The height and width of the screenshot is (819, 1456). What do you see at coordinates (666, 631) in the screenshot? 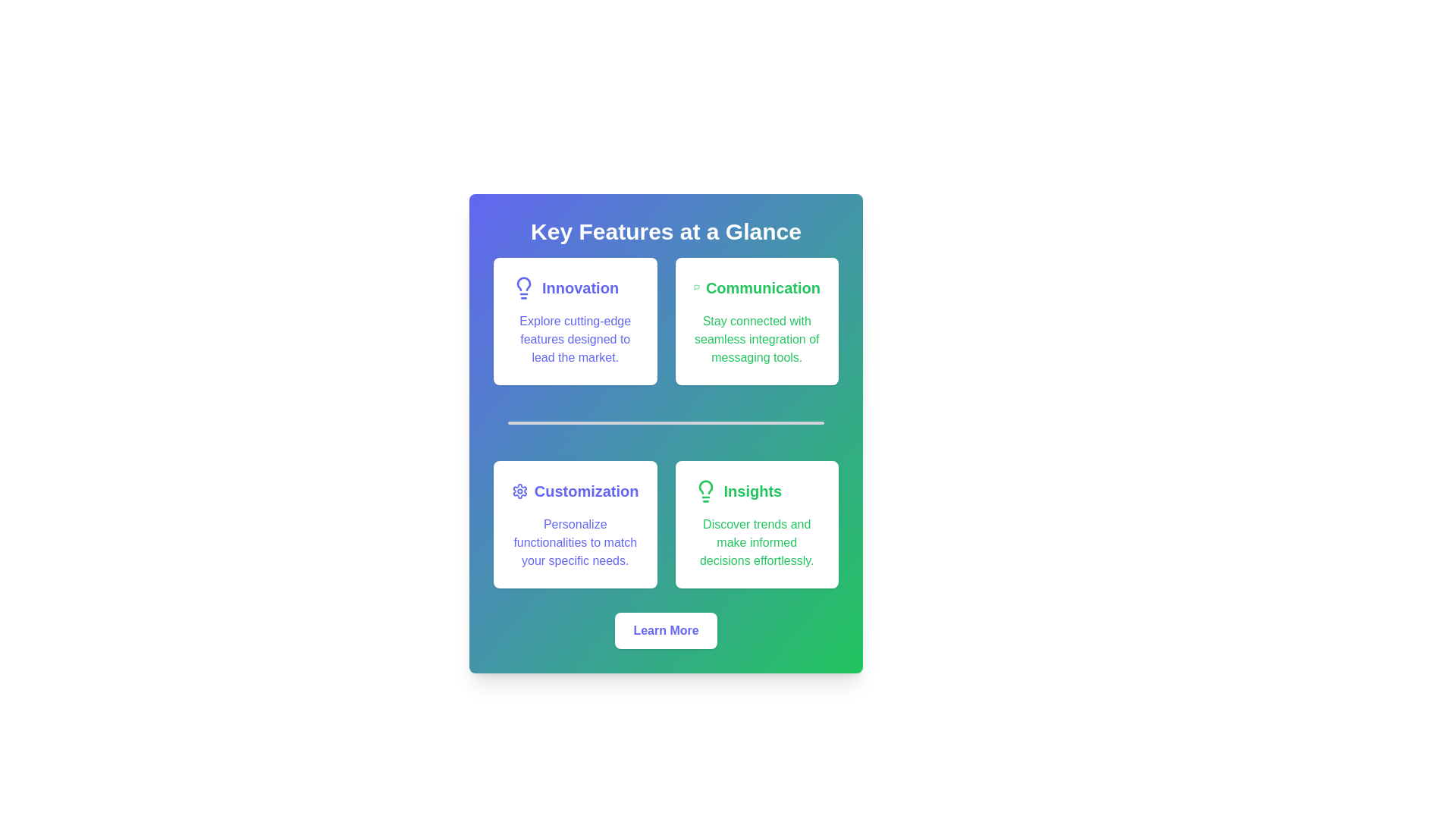
I see `the button located at the bottom center of the 'Key Features at a Glance' section` at bounding box center [666, 631].